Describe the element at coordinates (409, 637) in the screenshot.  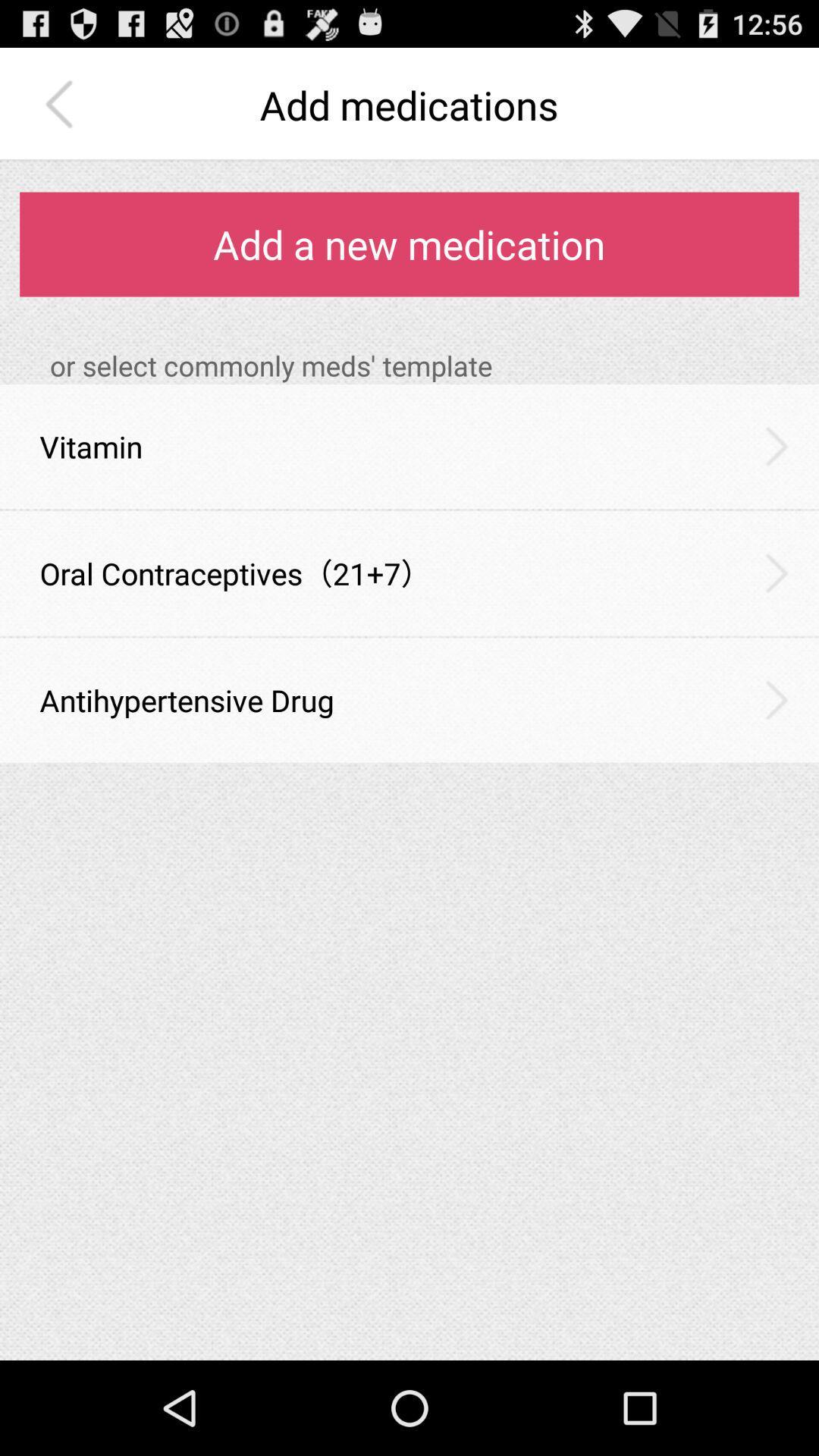
I see `the item below oral contraceptives 21 item` at that location.